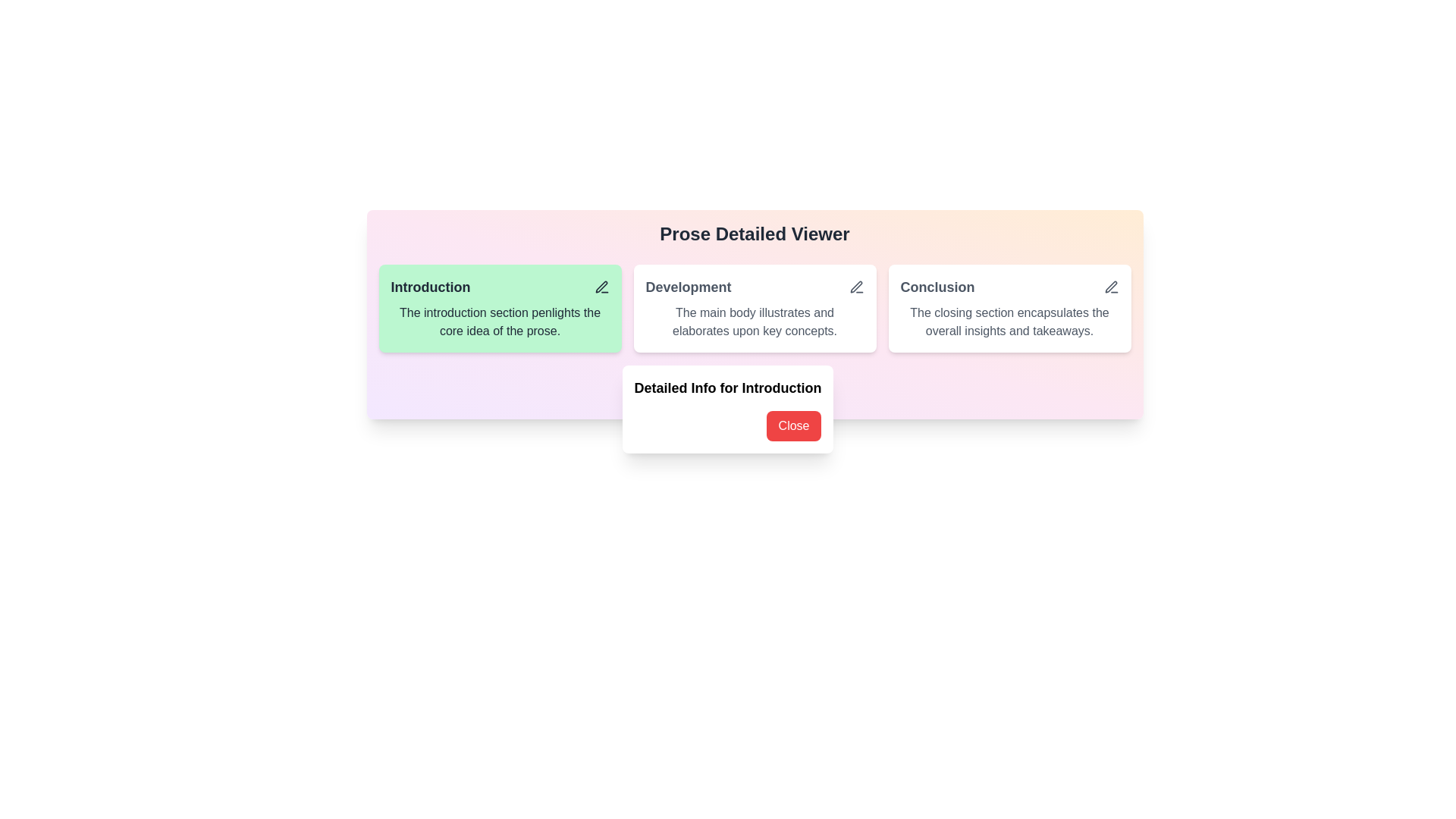  I want to click on descriptive text displayed in the grayish font within the 'Development' card, which elaborates key concepts, so click(755, 321).